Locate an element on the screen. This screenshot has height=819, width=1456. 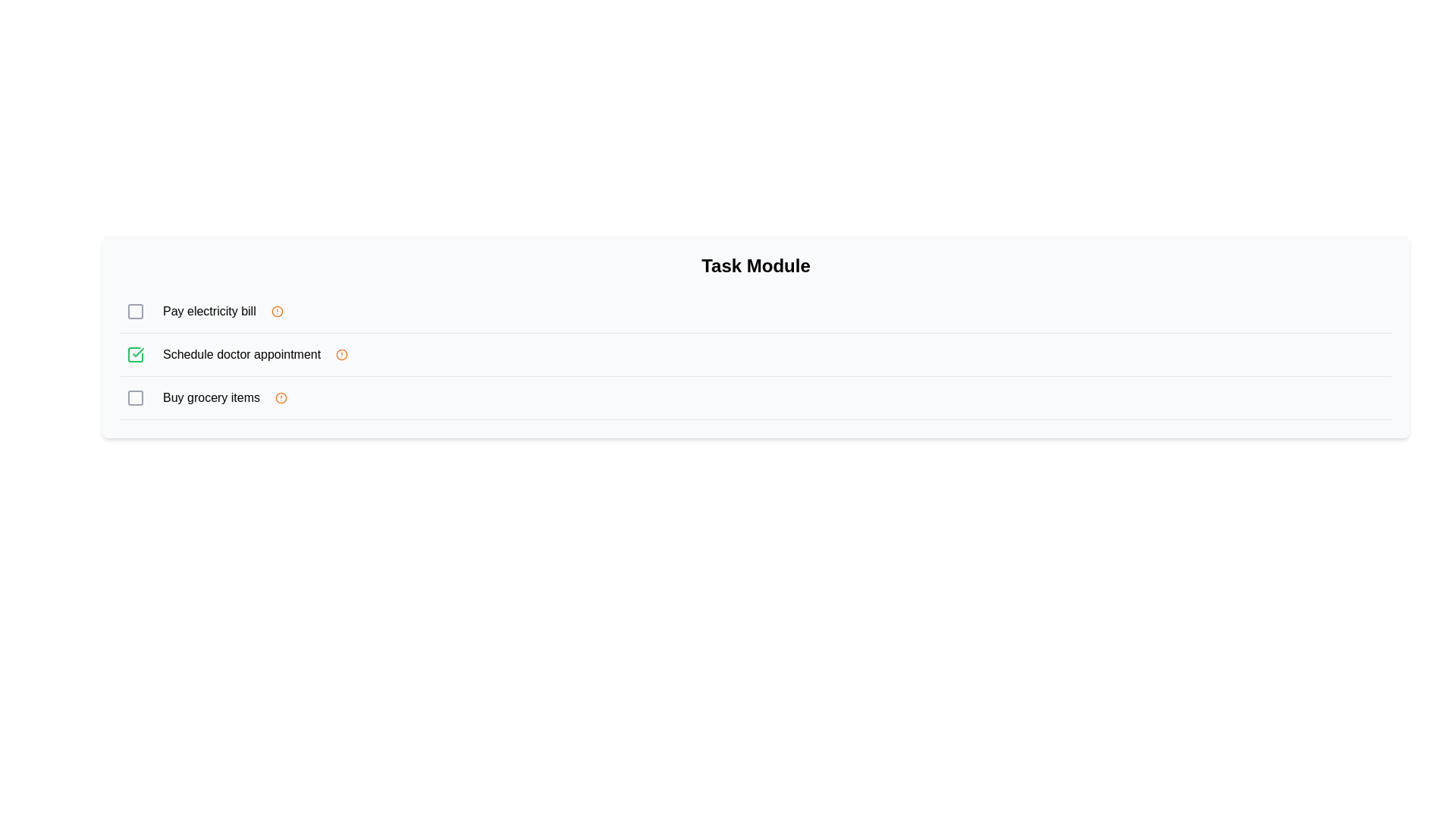
the checkbox indicator located at the far left end of the bottom-most item in the 'Buy grocery items' list is located at coordinates (135, 397).